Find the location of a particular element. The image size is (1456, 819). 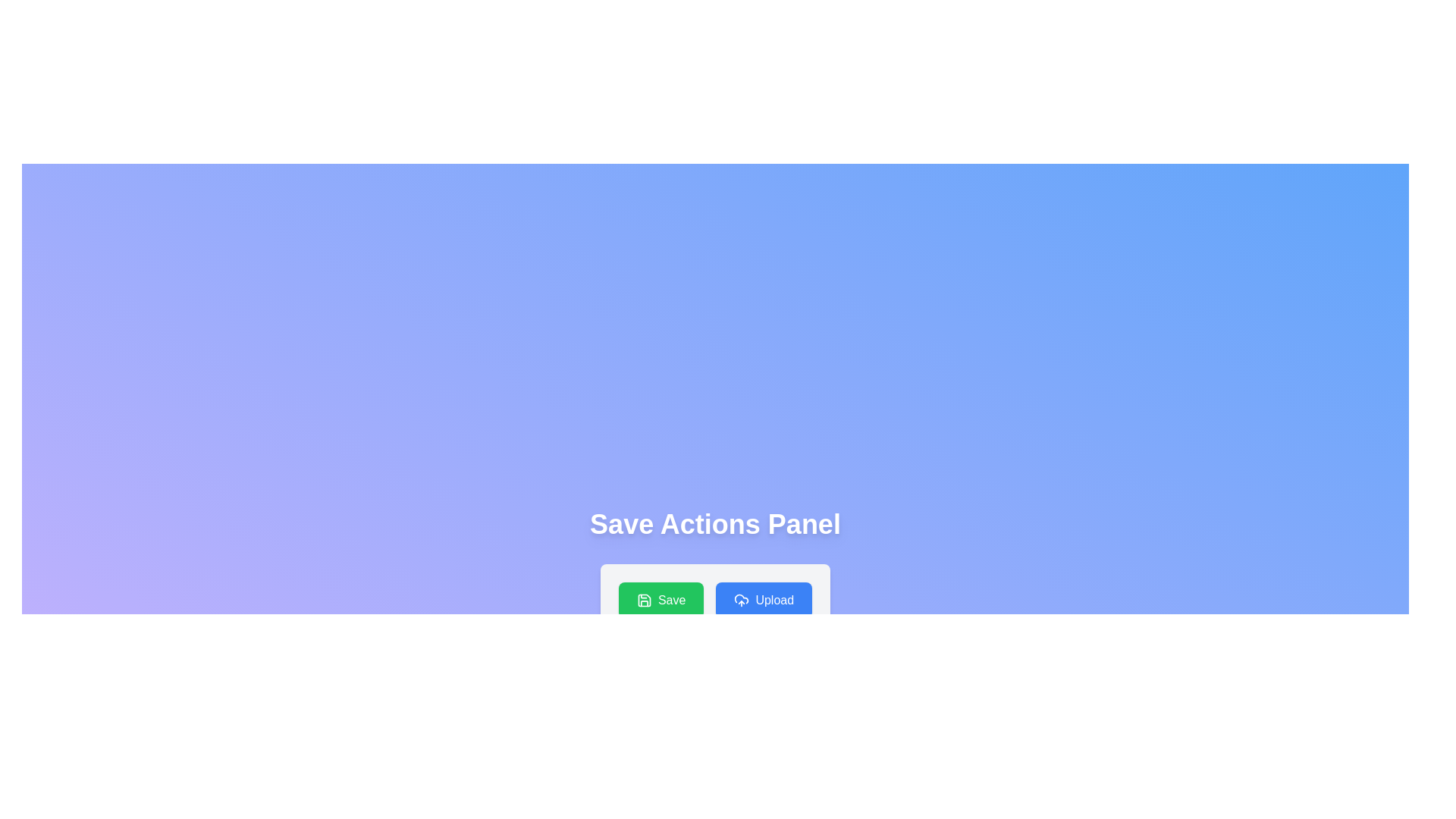

the upload button located to the right of the green 'Save' button in the 'Save Actions Panel' to initiate the upload process is located at coordinates (764, 599).